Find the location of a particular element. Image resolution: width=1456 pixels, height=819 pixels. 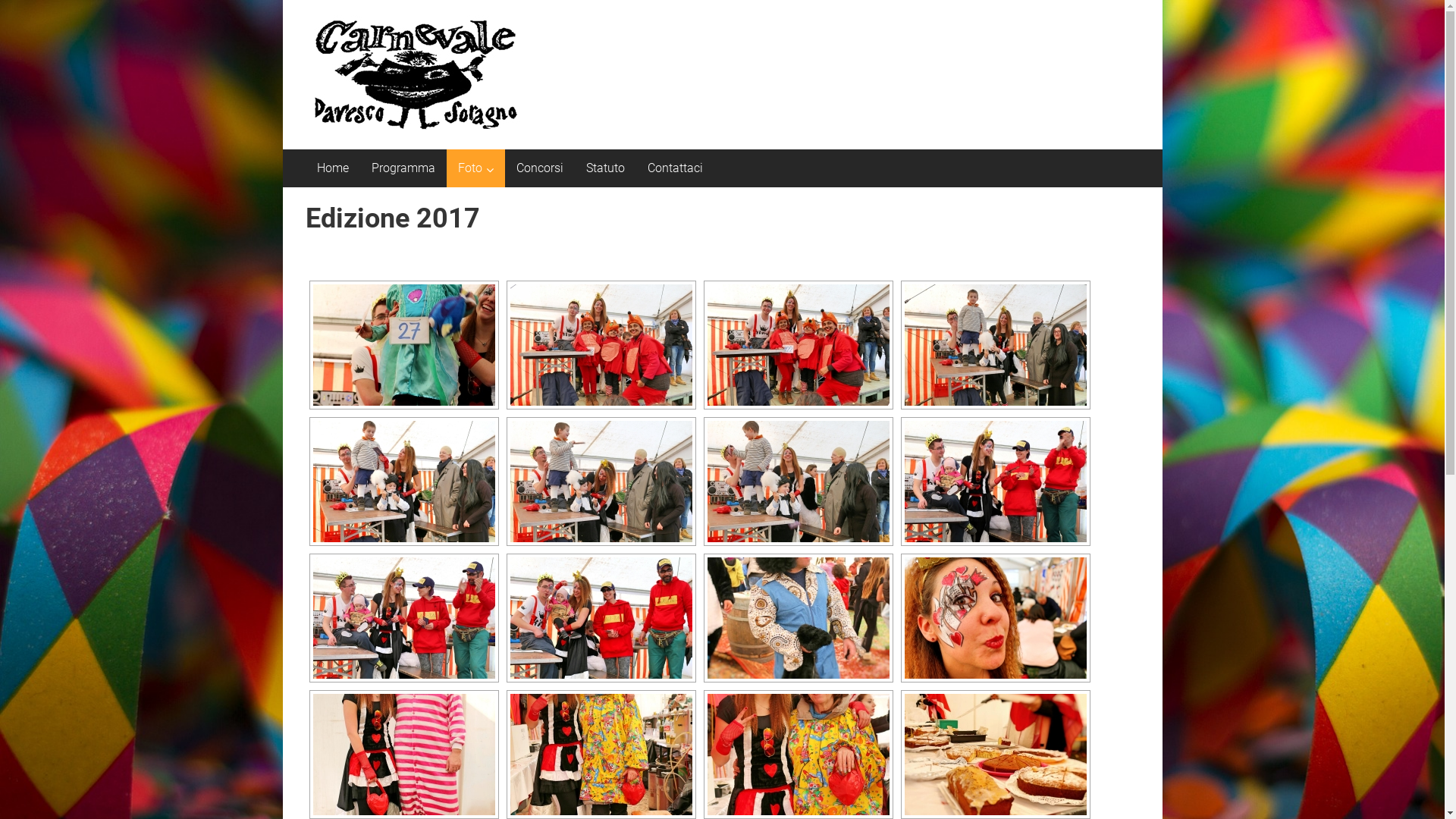

'Statuto' is located at coordinates (604, 168).